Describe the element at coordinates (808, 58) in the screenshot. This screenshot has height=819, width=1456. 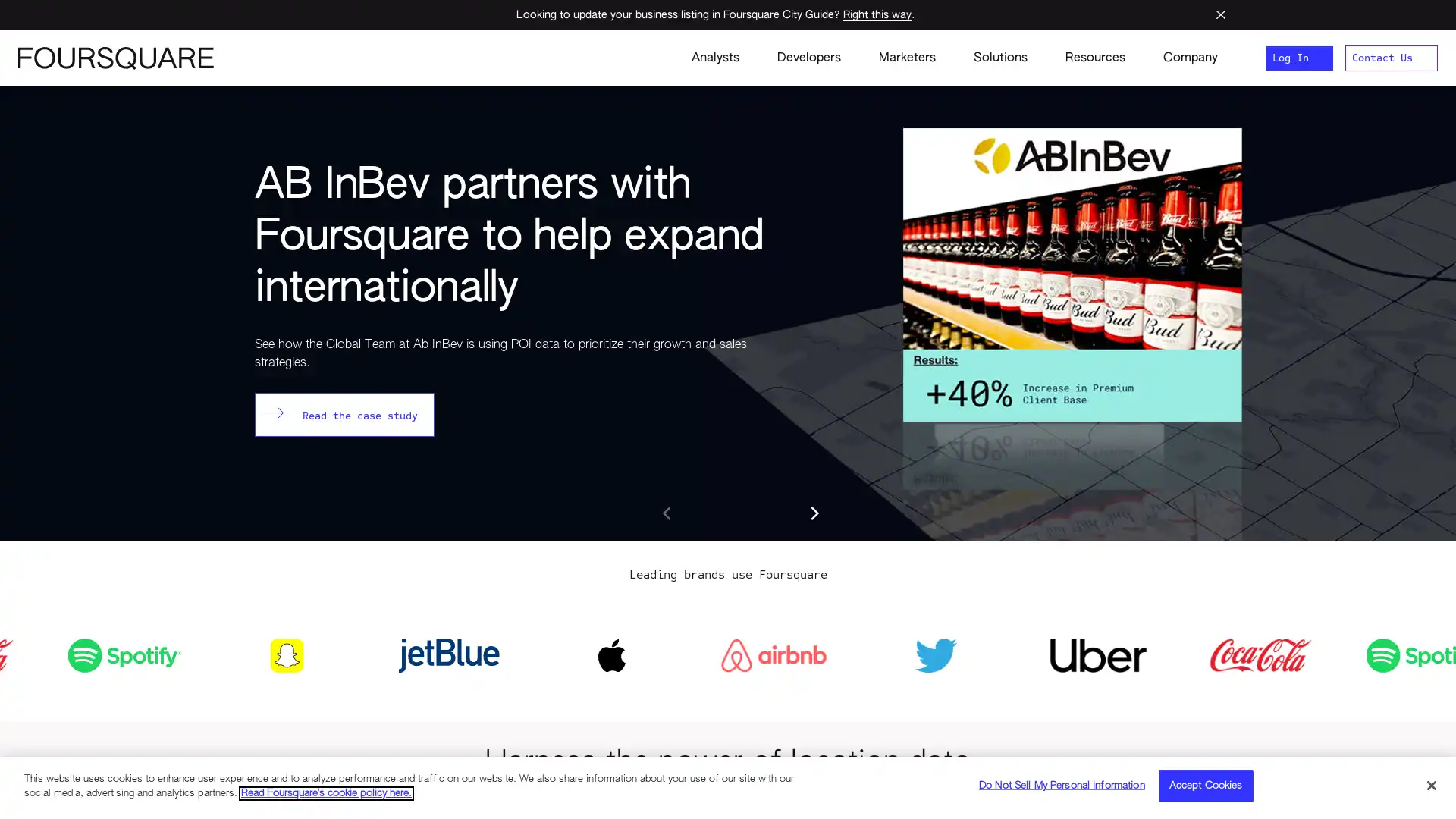
I see `Developers` at that location.